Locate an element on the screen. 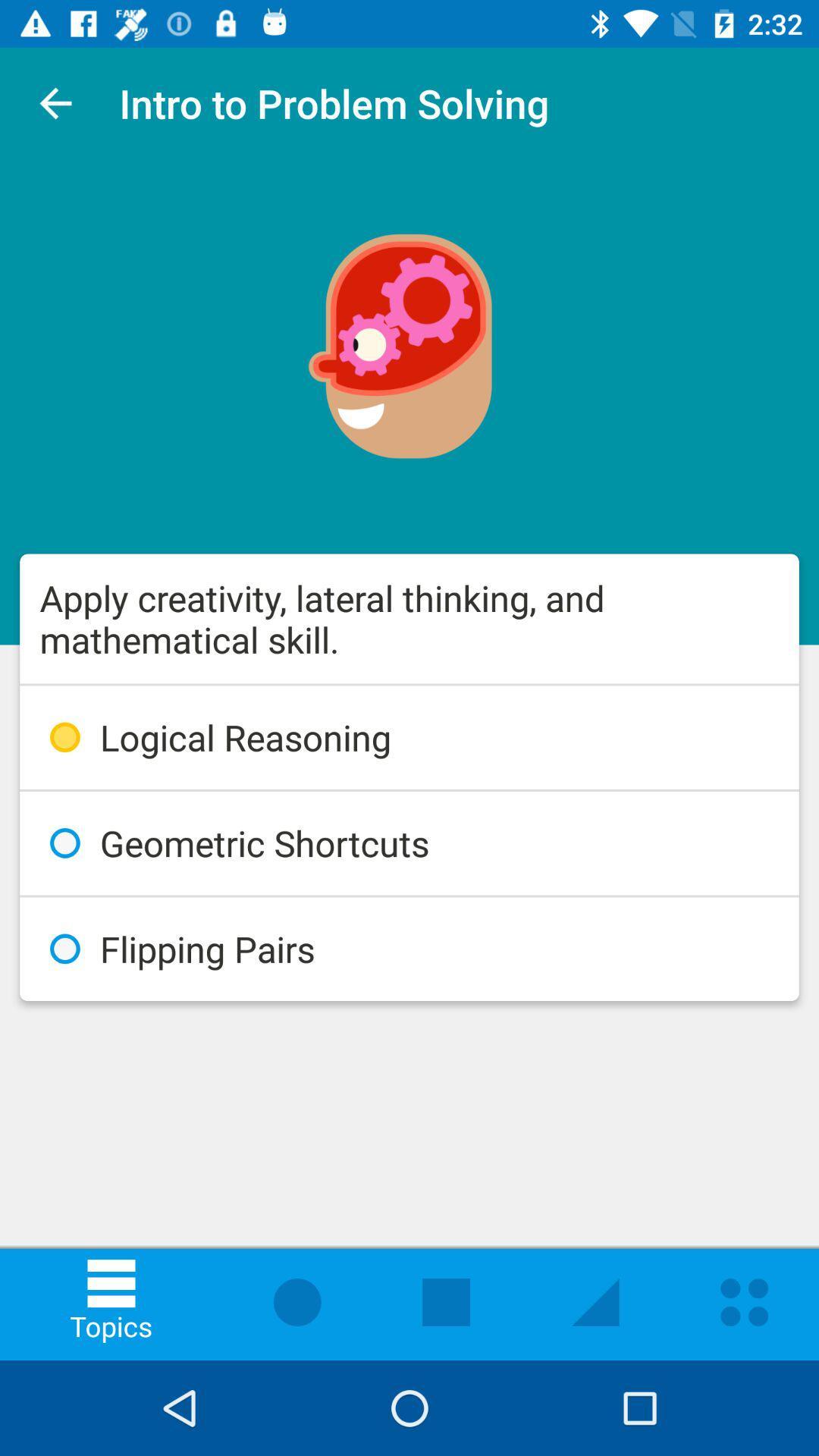 This screenshot has height=1456, width=819. icon above apply creativity lateral icon is located at coordinates (55, 102).